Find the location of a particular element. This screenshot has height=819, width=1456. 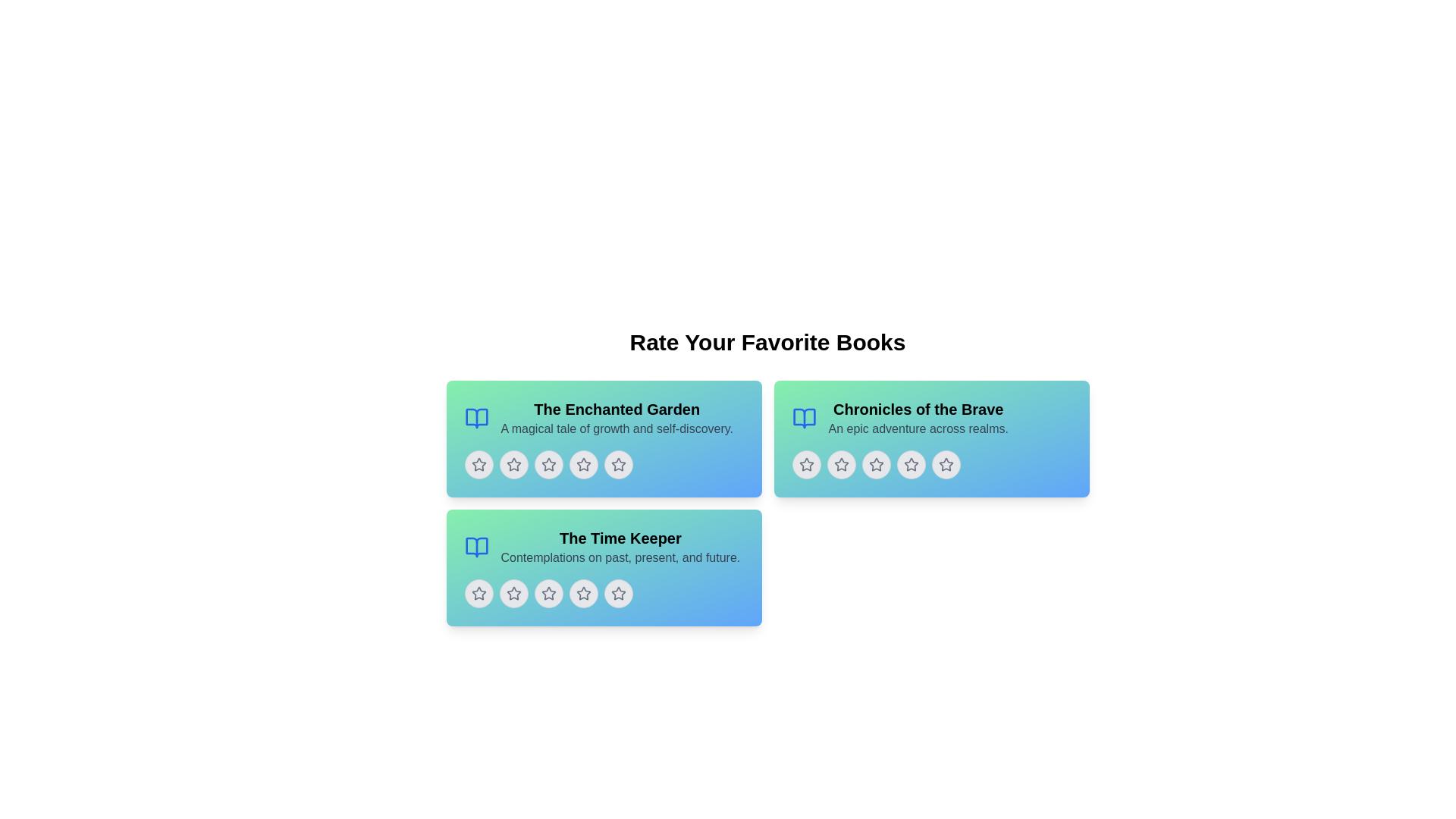

the second rating button for the book 'The Enchanted Garden', located in the first row and first card is located at coordinates (513, 464).